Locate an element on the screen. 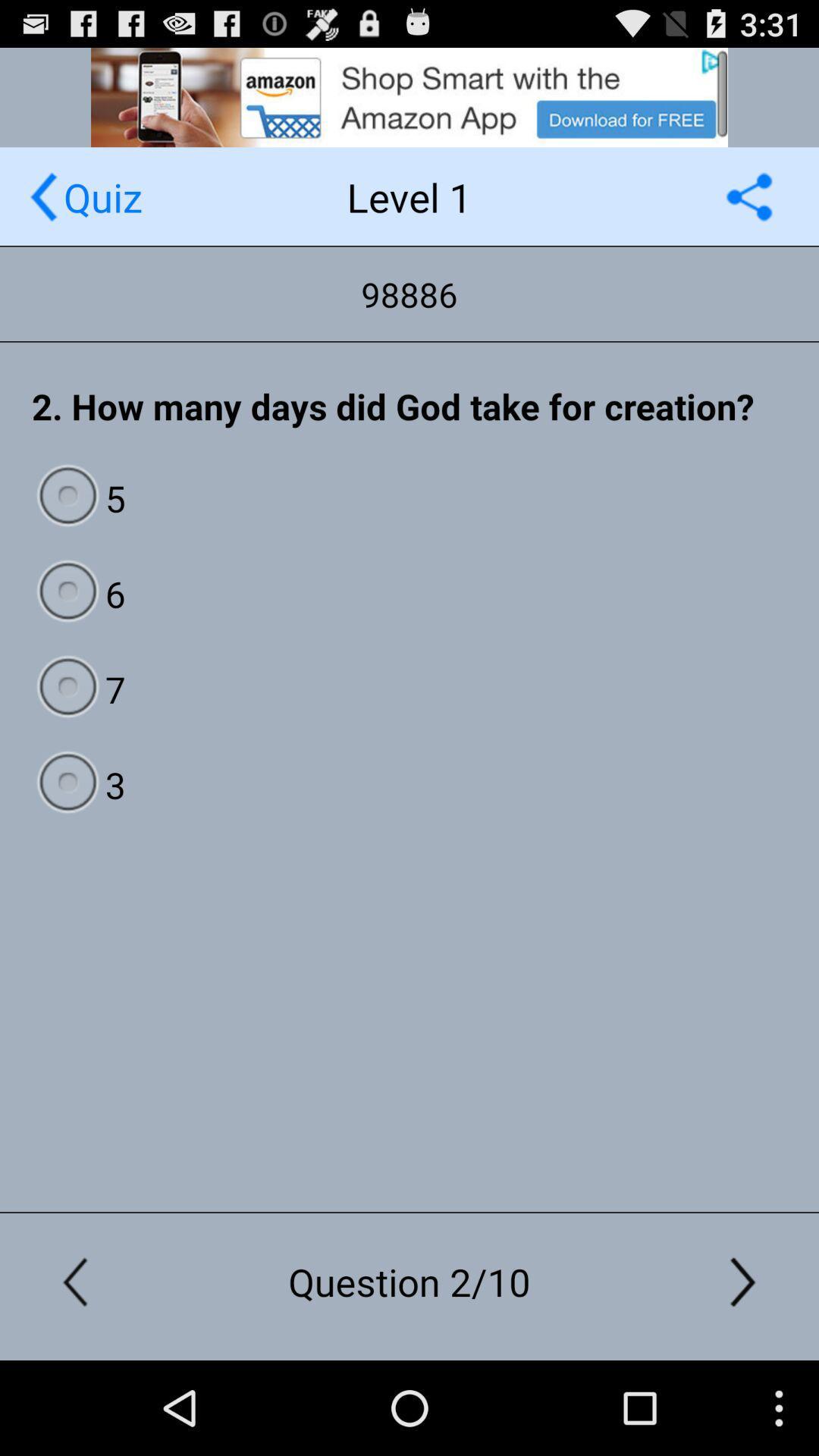  the arrow_backward icon is located at coordinates (42, 210).